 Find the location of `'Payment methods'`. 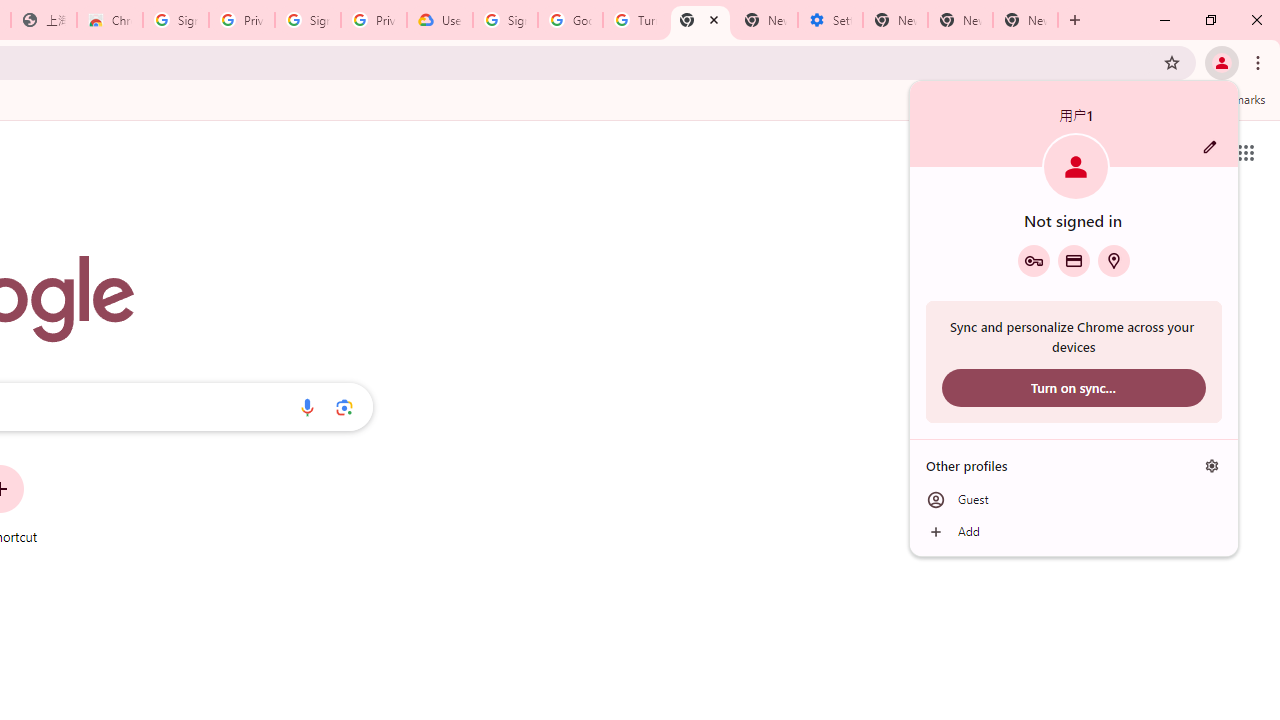

'Payment methods' is located at coordinates (1073, 260).